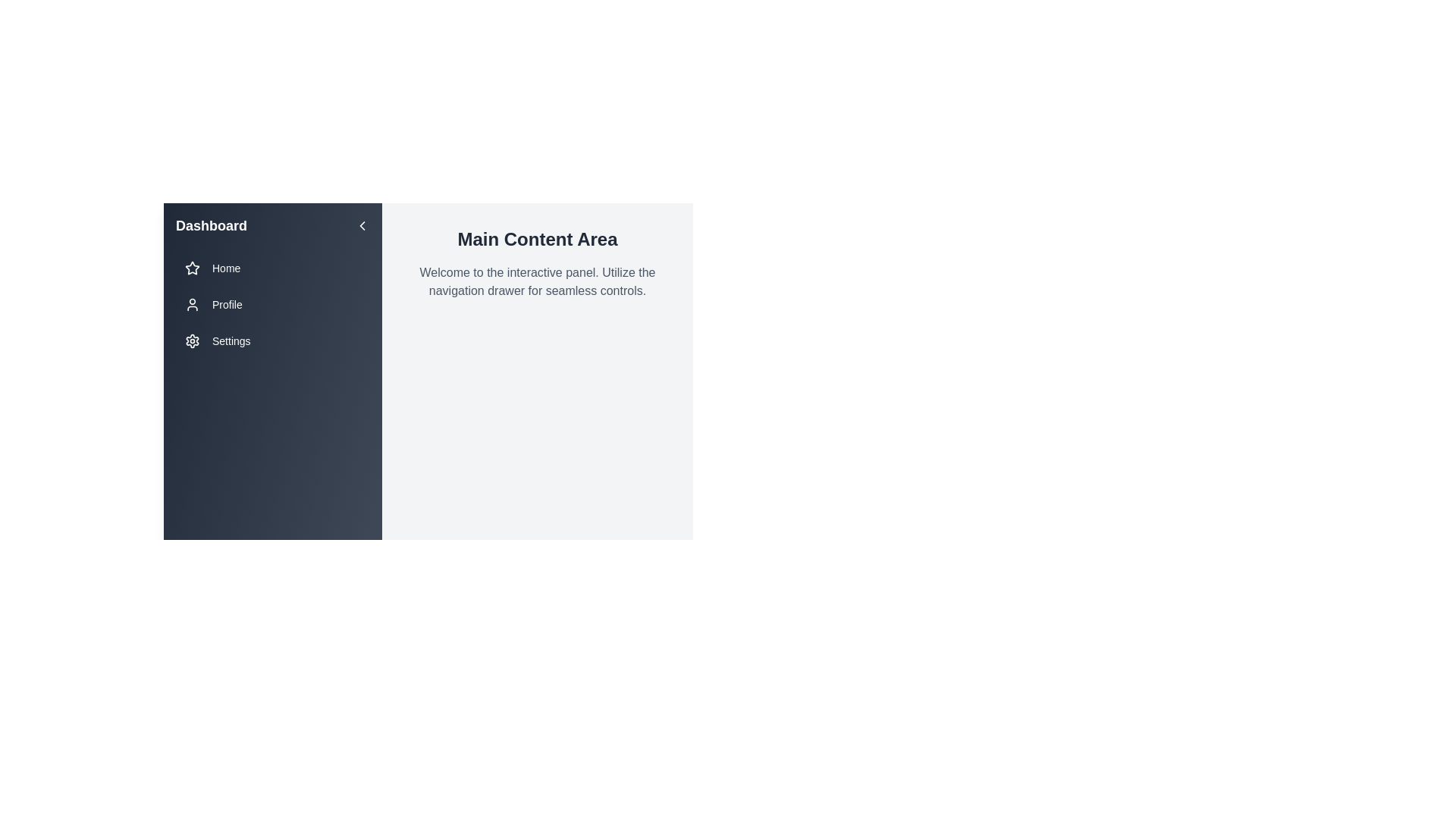 The image size is (1456, 819). I want to click on the settings button located under the 'Profile' option in the navigation panel, so click(273, 341).